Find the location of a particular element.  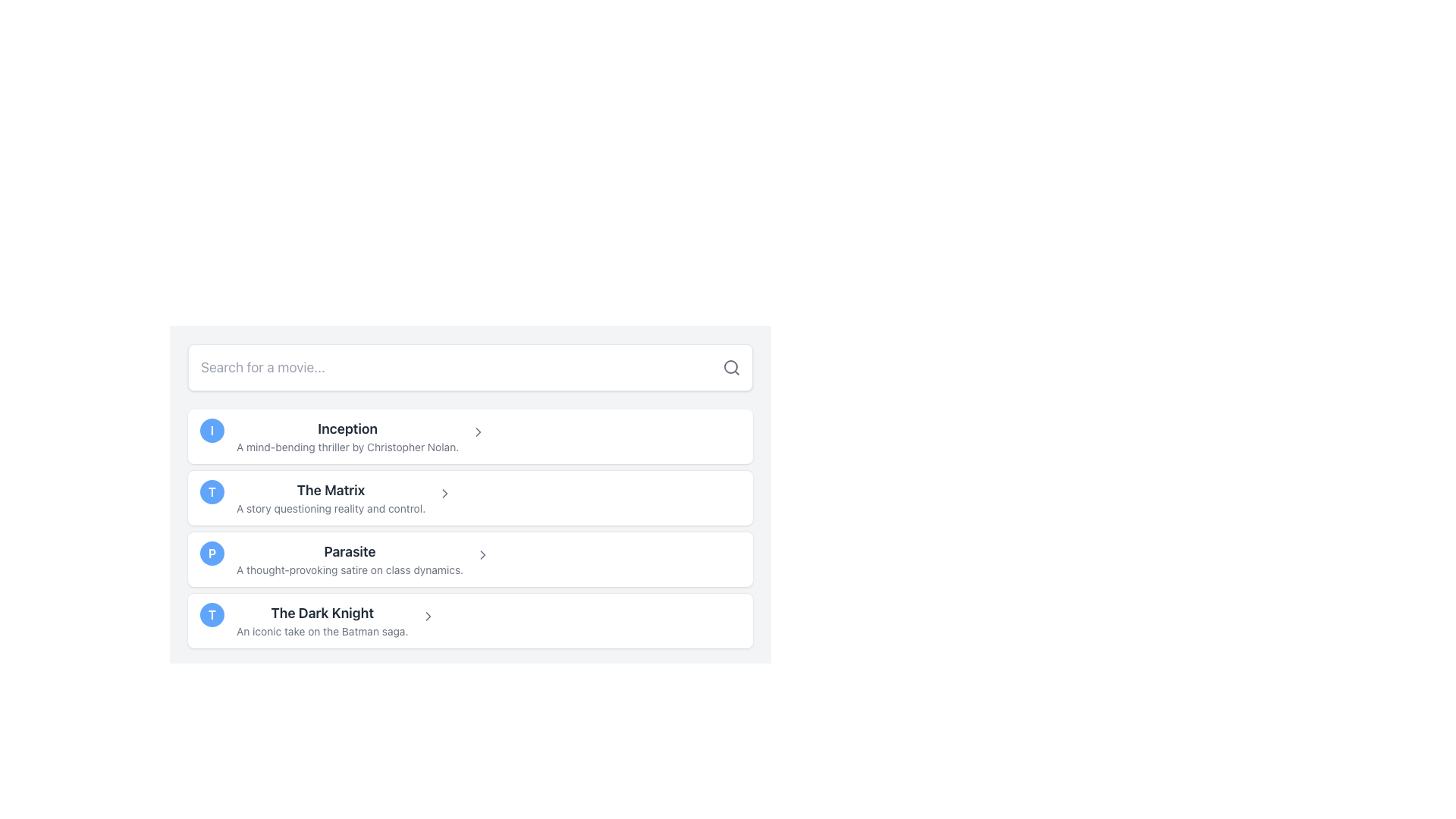

the circular badge with a blue background and the letter 'T' located to the left of the title 'The Matrix' is located at coordinates (211, 491).